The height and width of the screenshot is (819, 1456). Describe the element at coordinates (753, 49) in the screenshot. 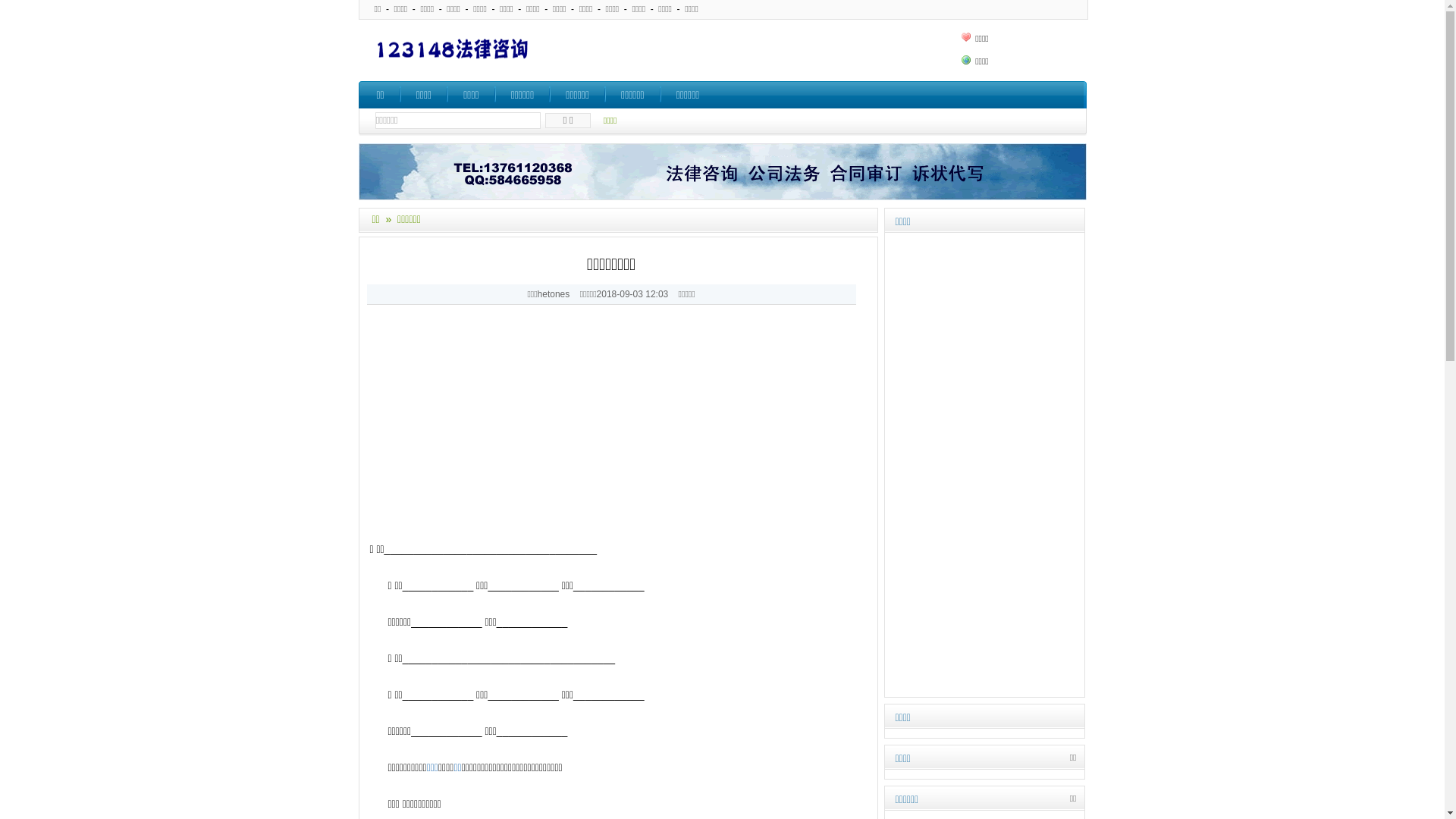

I see `'Advertisement'` at that location.